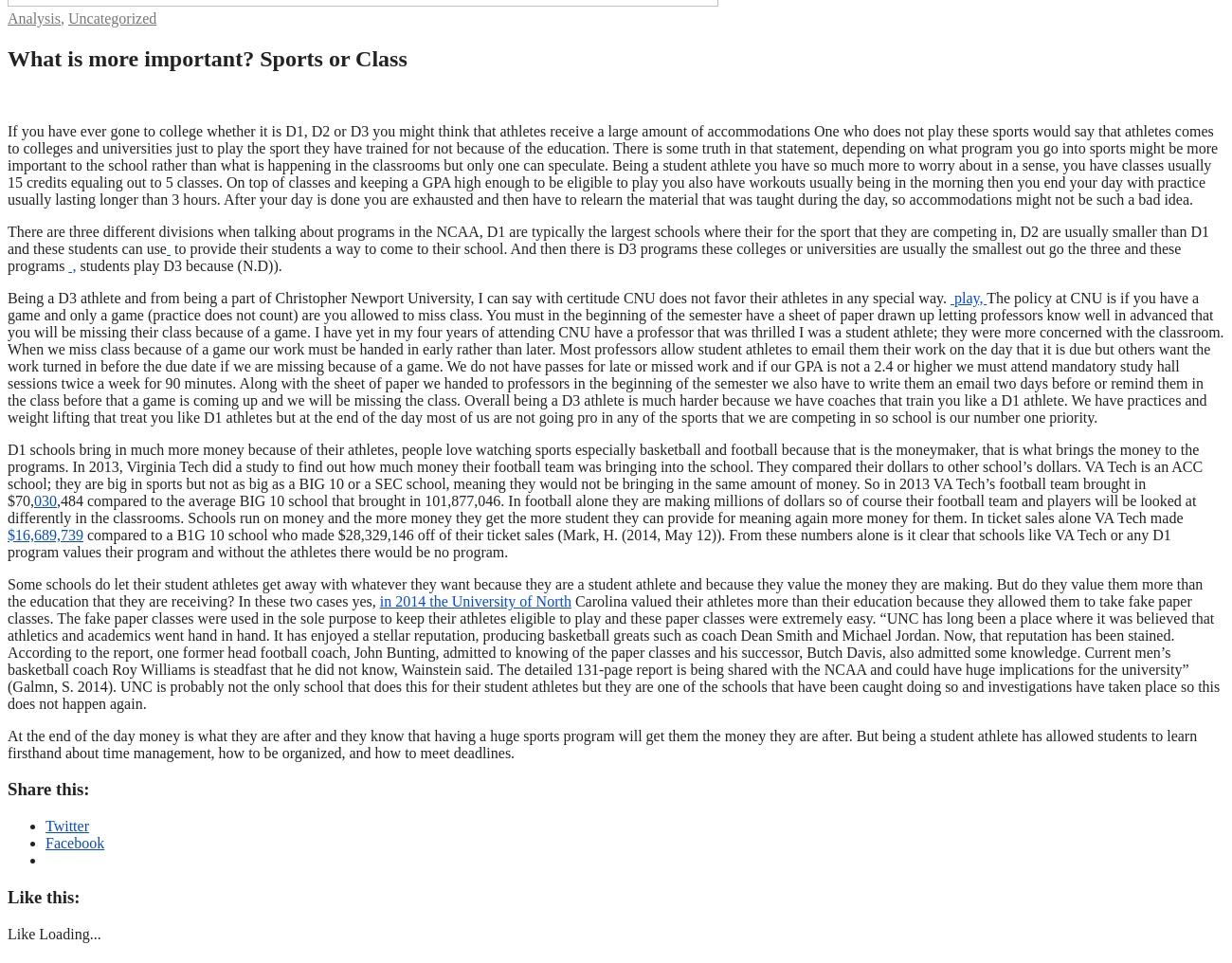 The width and height of the screenshot is (1232, 963). I want to click on 'compared to a B1G 10 school who made $28,329,146 off of their ticket sales (Mark, H. (2014, May 12)). From these numbers alone is it clear that schools like VA Tech or any D1 program values their program and without the athletes there would be no program.', so click(589, 542).